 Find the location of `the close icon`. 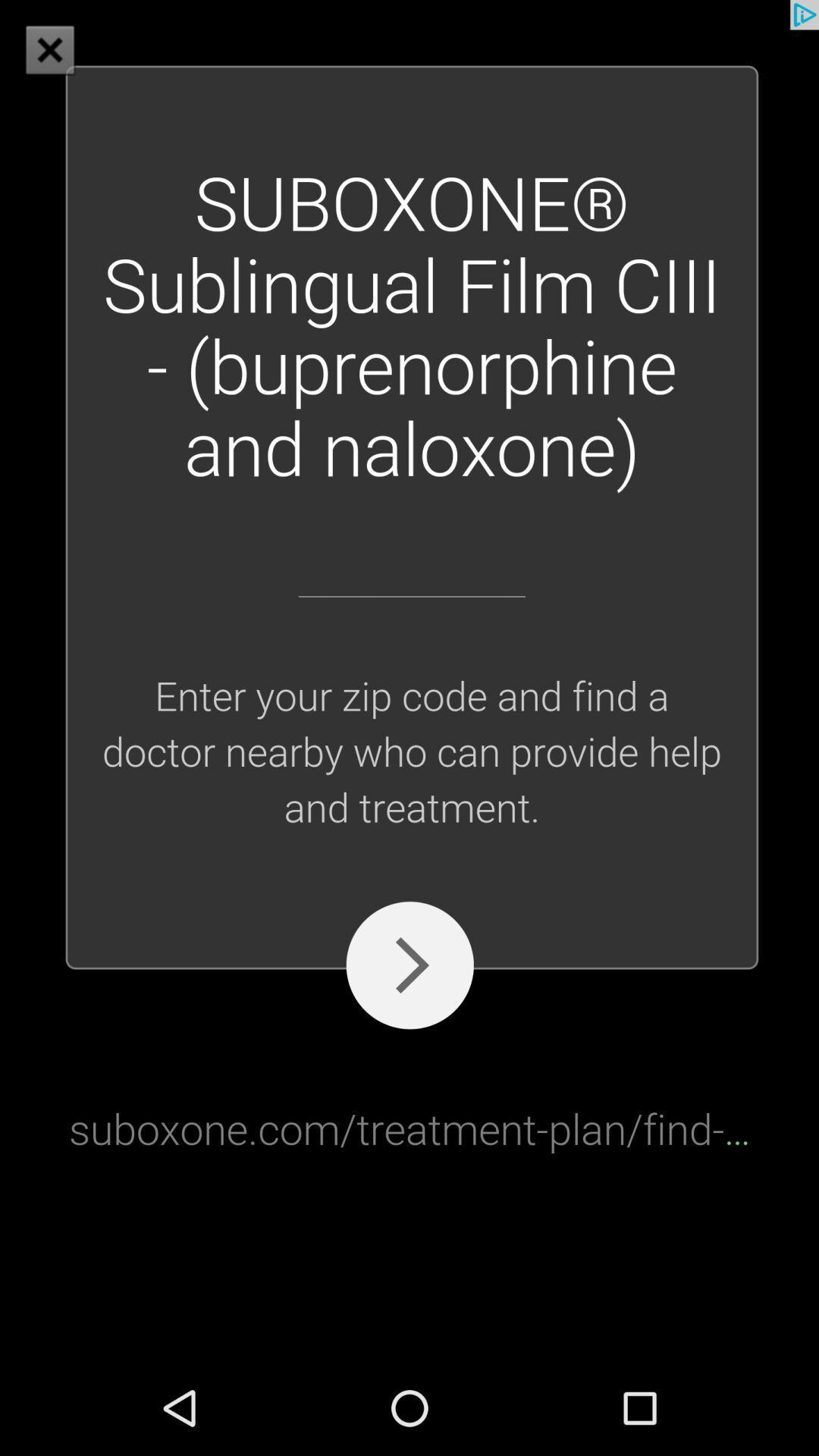

the close icon is located at coordinates (58, 63).